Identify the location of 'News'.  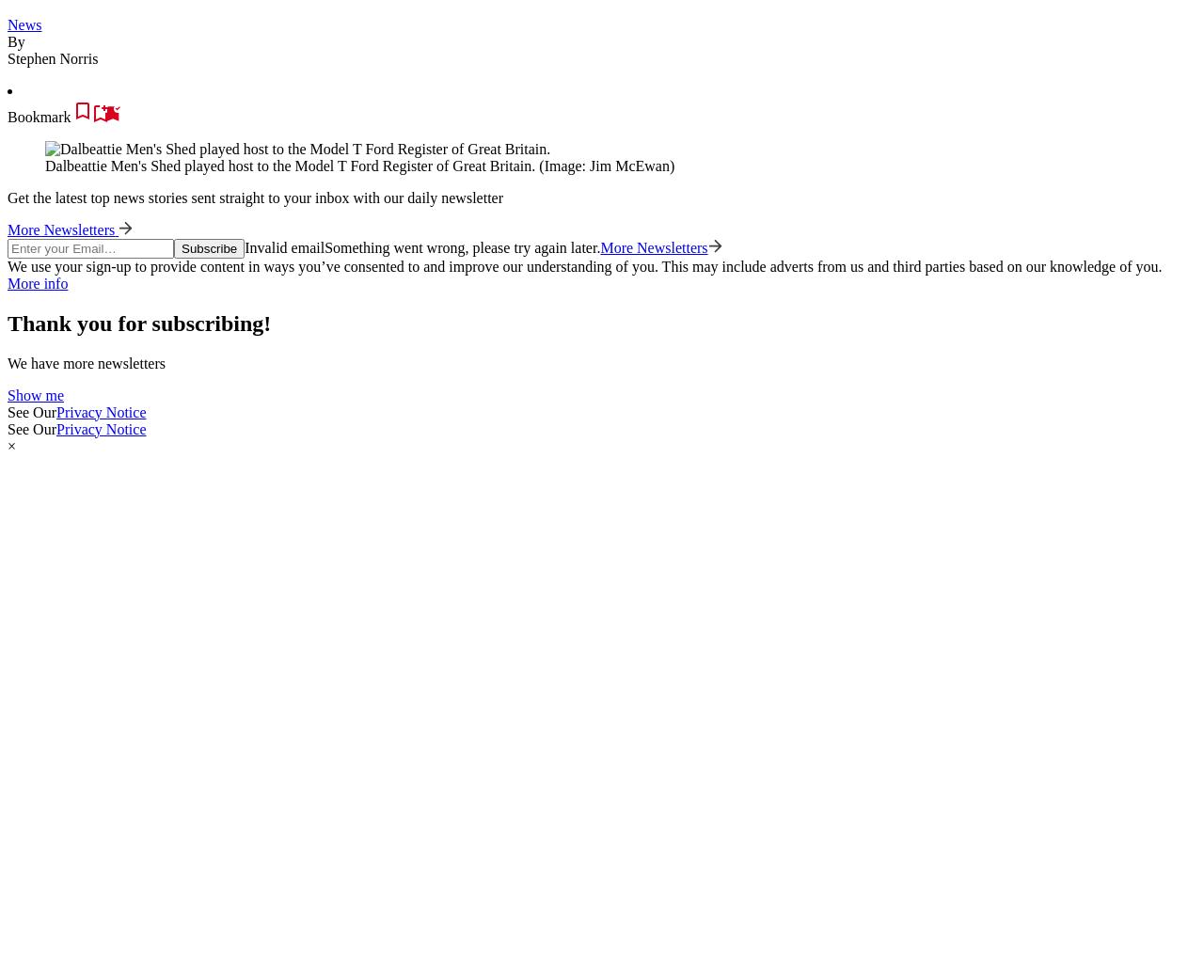
(8, 23).